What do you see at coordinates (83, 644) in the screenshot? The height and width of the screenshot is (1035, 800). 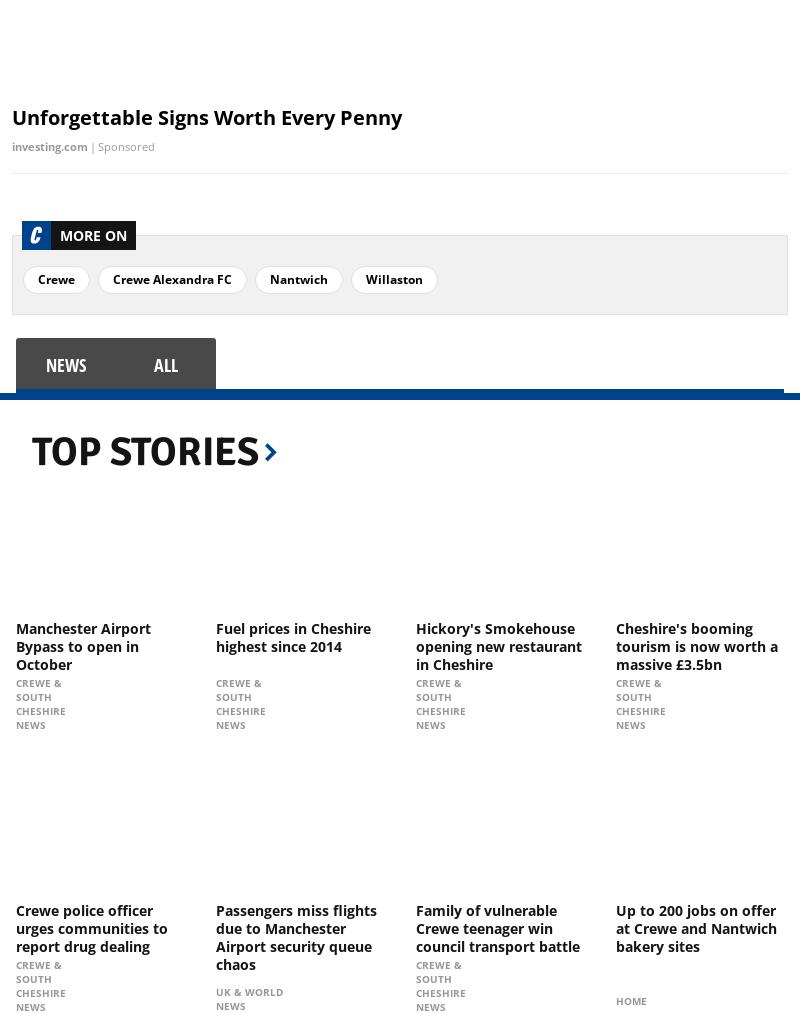 I see `'Manchester Airport Bypass to open in October'` at bounding box center [83, 644].